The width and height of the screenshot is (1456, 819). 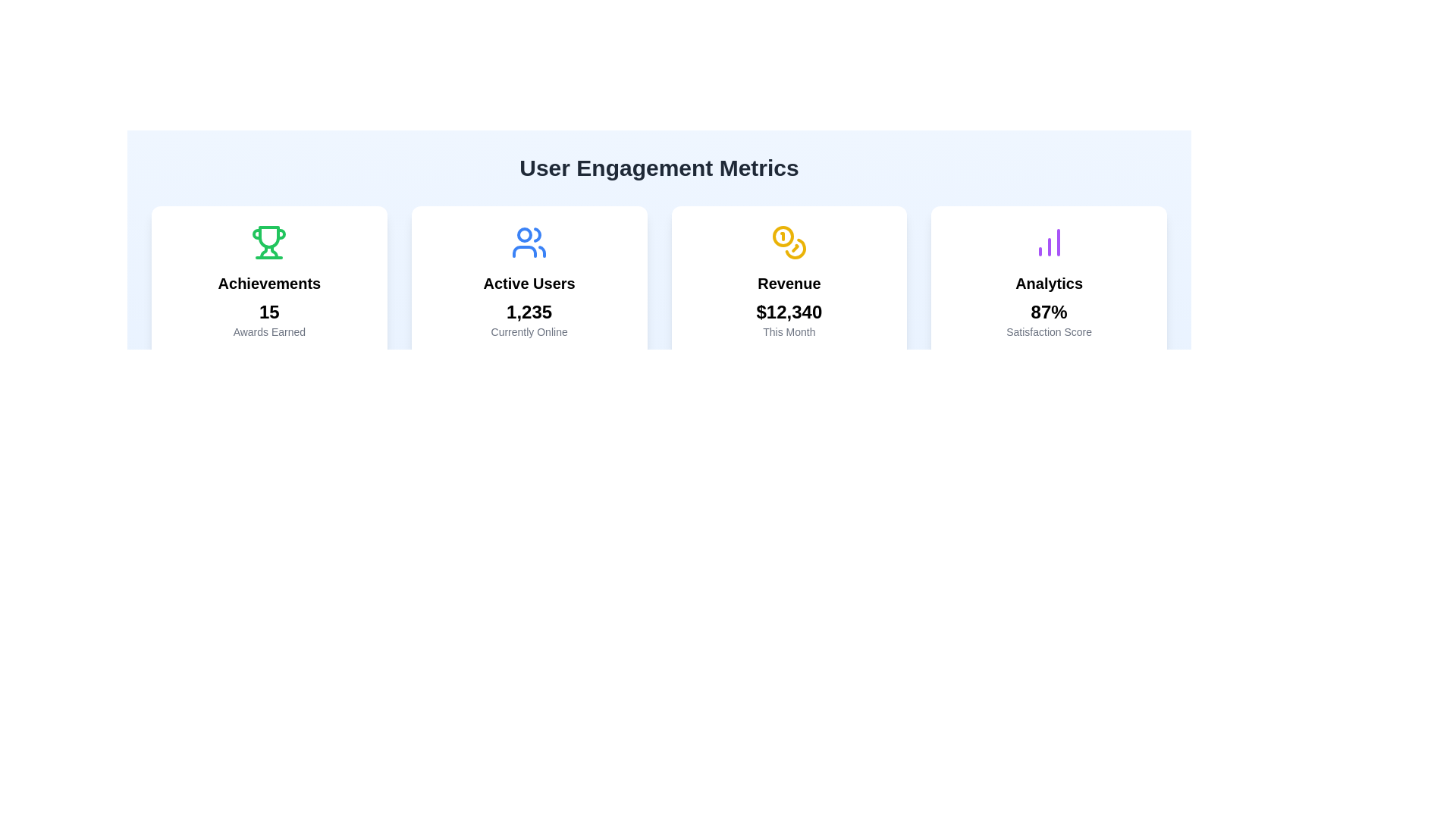 What do you see at coordinates (269, 331) in the screenshot?
I see `the 'Awards Earned' label, which is styled with a small gray font and located beneath the number '15' within the 'Achievements' metric card` at bounding box center [269, 331].